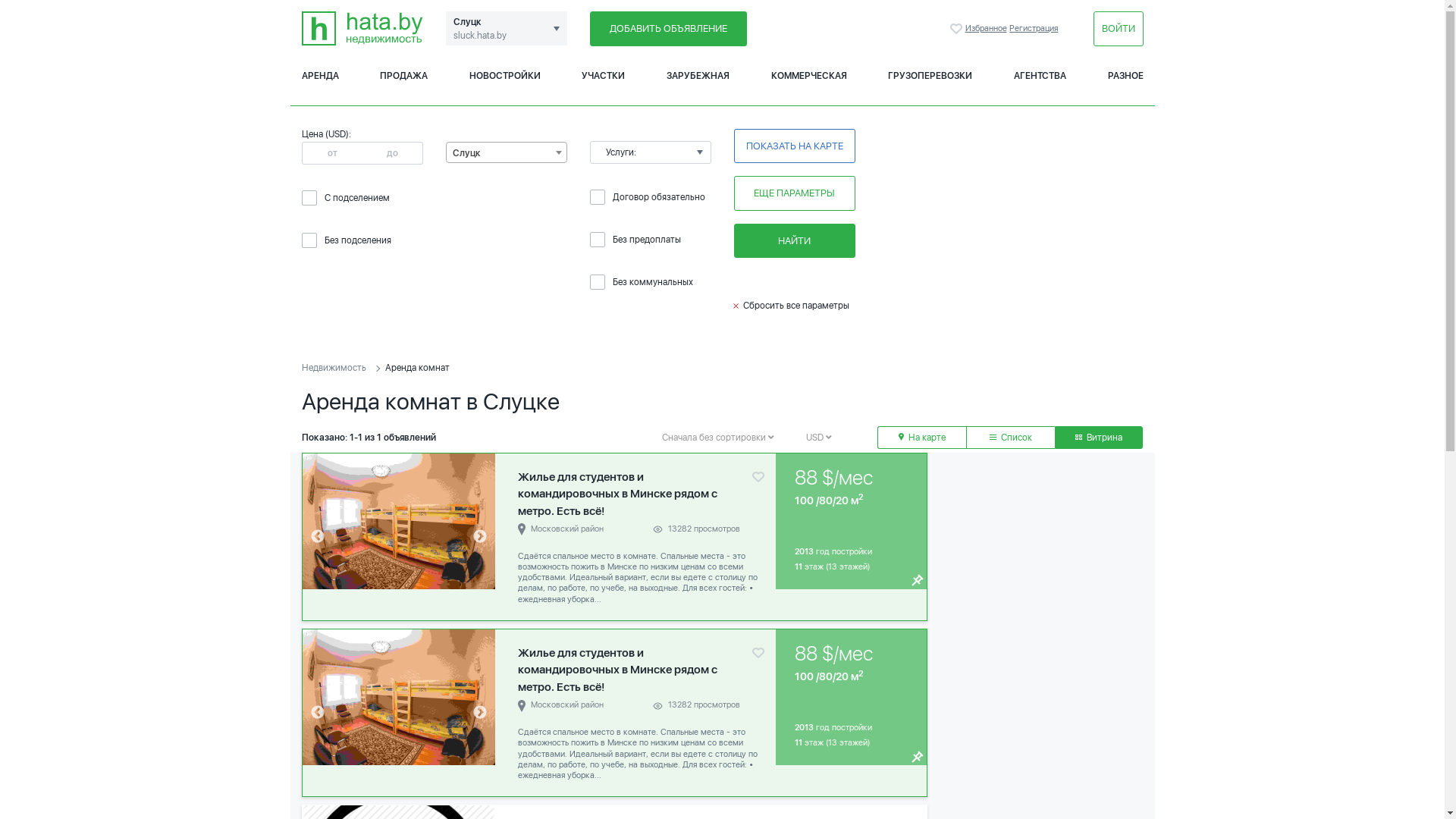 The height and width of the screenshot is (819, 1456). I want to click on 'Next', so click(479, 713).